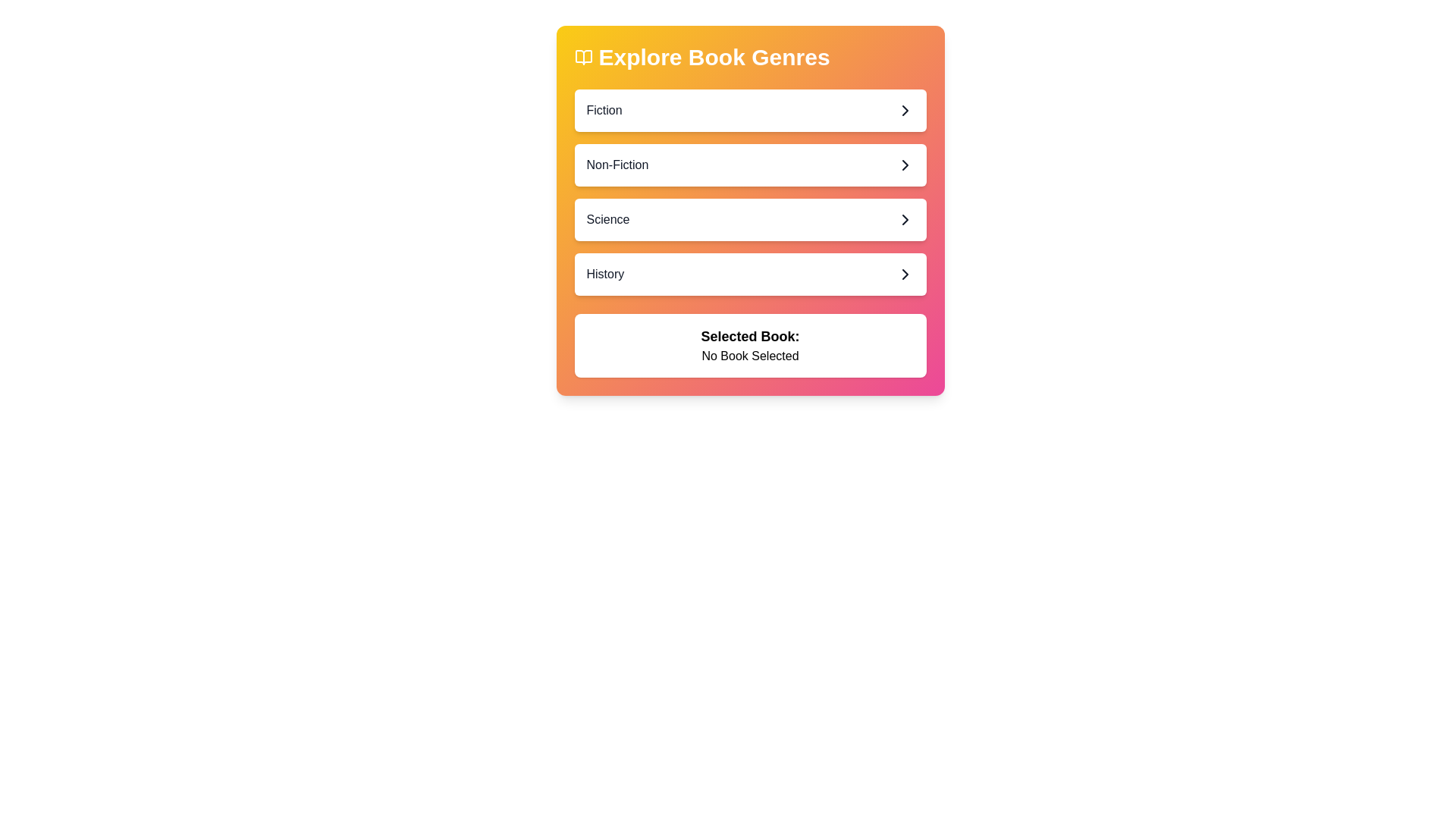 The width and height of the screenshot is (1456, 819). I want to click on the 'Science' genre label located in the 'Explore Book Genres' section, which is the third item in the vertical list between 'Non-Fiction' and 'History', so click(607, 219).